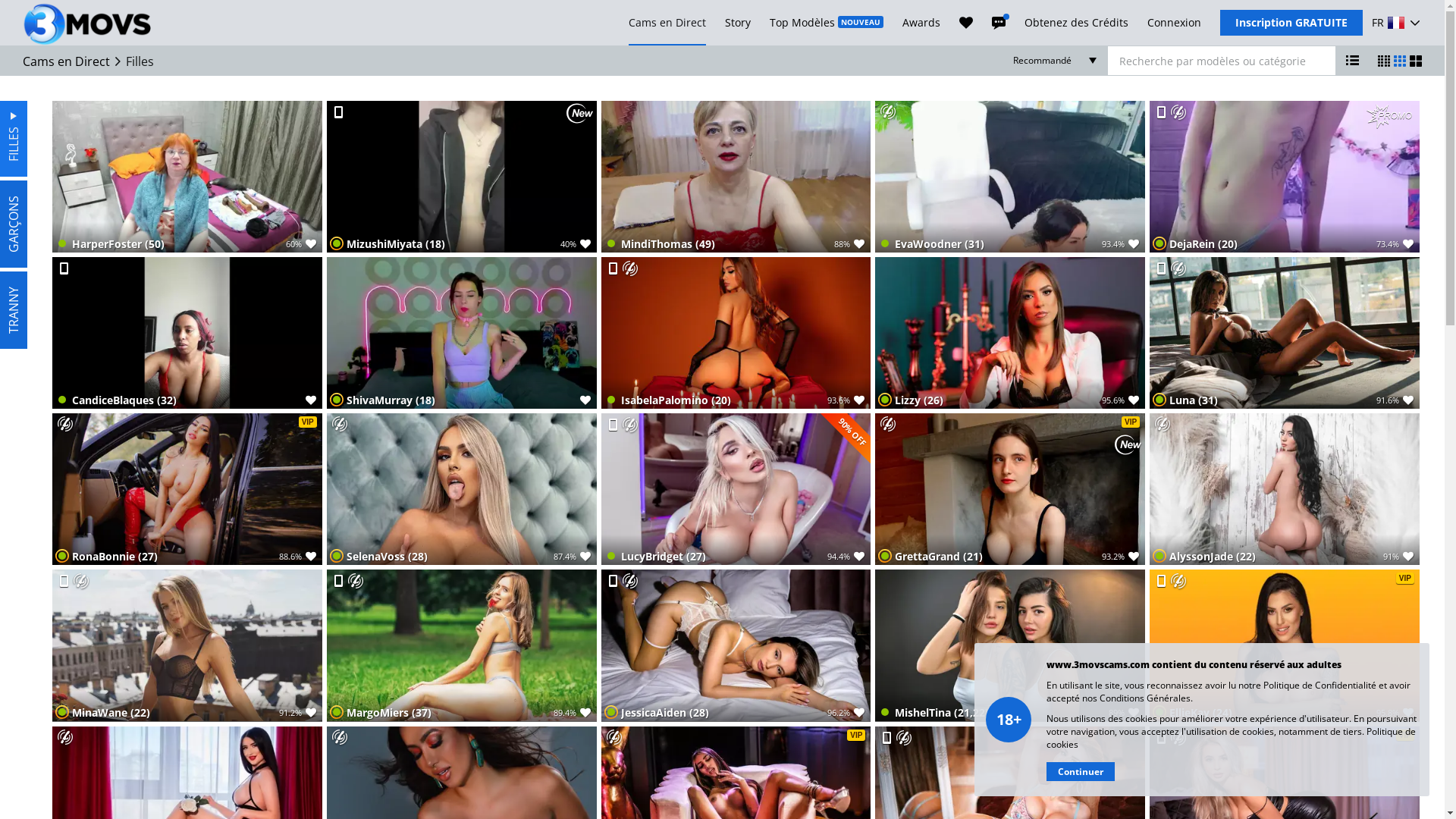 Image resolution: width=1456 pixels, height=819 pixels. What do you see at coordinates (738, 23) in the screenshot?
I see `'Story'` at bounding box center [738, 23].